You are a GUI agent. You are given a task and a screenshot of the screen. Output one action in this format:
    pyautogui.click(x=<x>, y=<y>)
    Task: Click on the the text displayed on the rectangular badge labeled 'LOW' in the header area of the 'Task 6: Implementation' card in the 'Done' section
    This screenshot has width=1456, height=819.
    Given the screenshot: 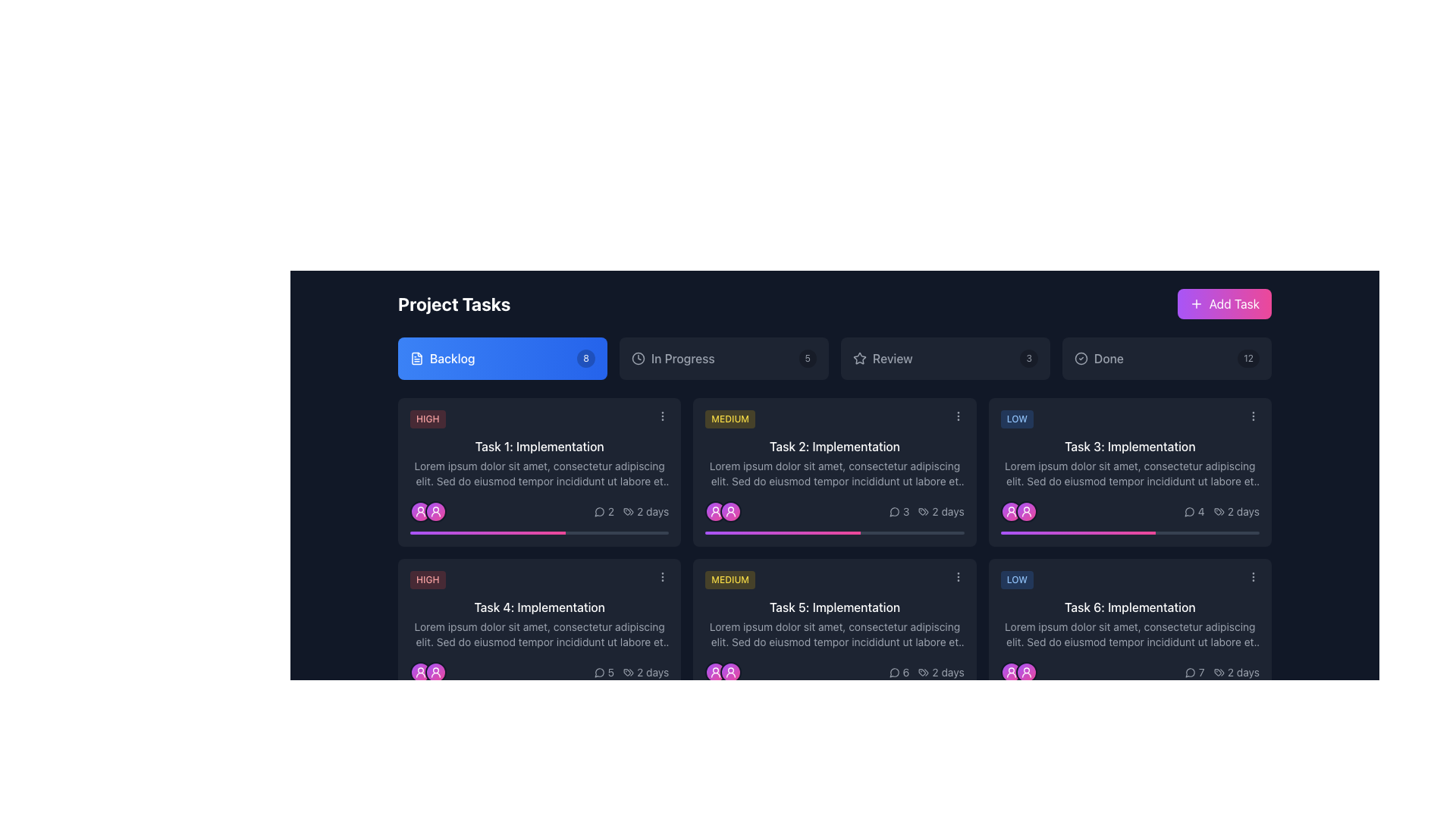 What is the action you would take?
    pyautogui.click(x=1017, y=579)
    